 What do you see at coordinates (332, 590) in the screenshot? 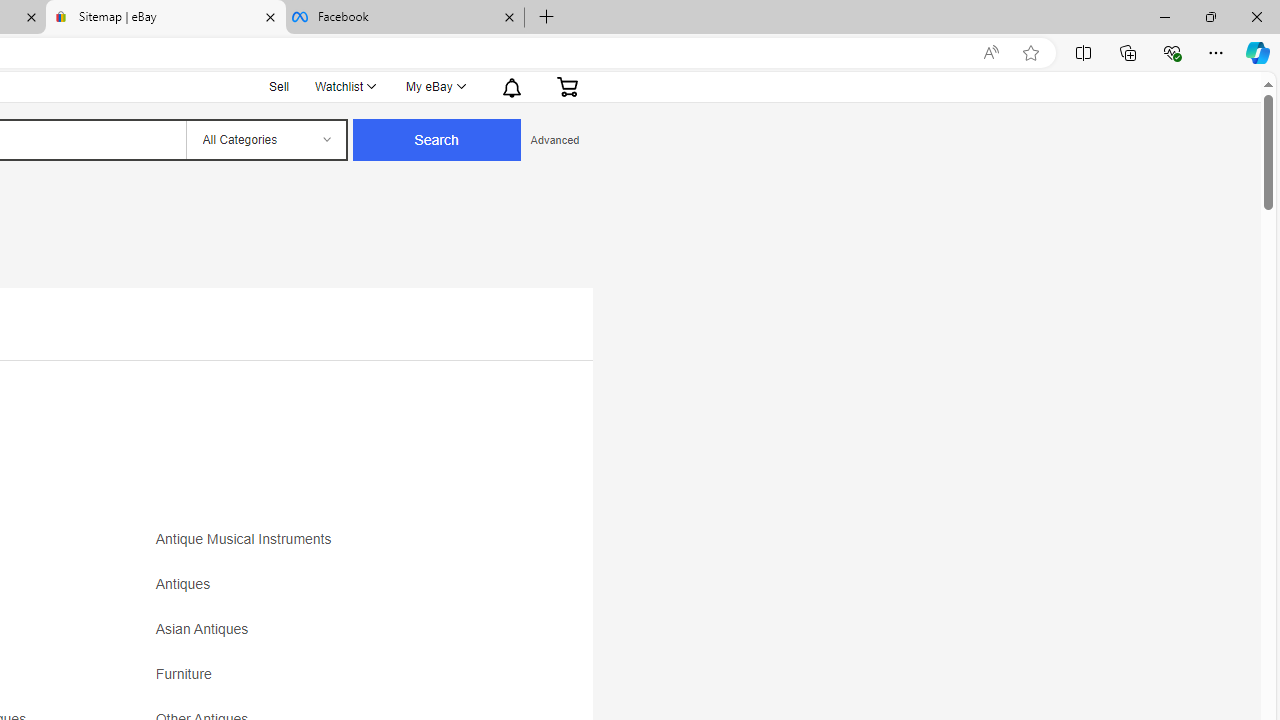
I see `'Antiques'` at bounding box center [332, 590].